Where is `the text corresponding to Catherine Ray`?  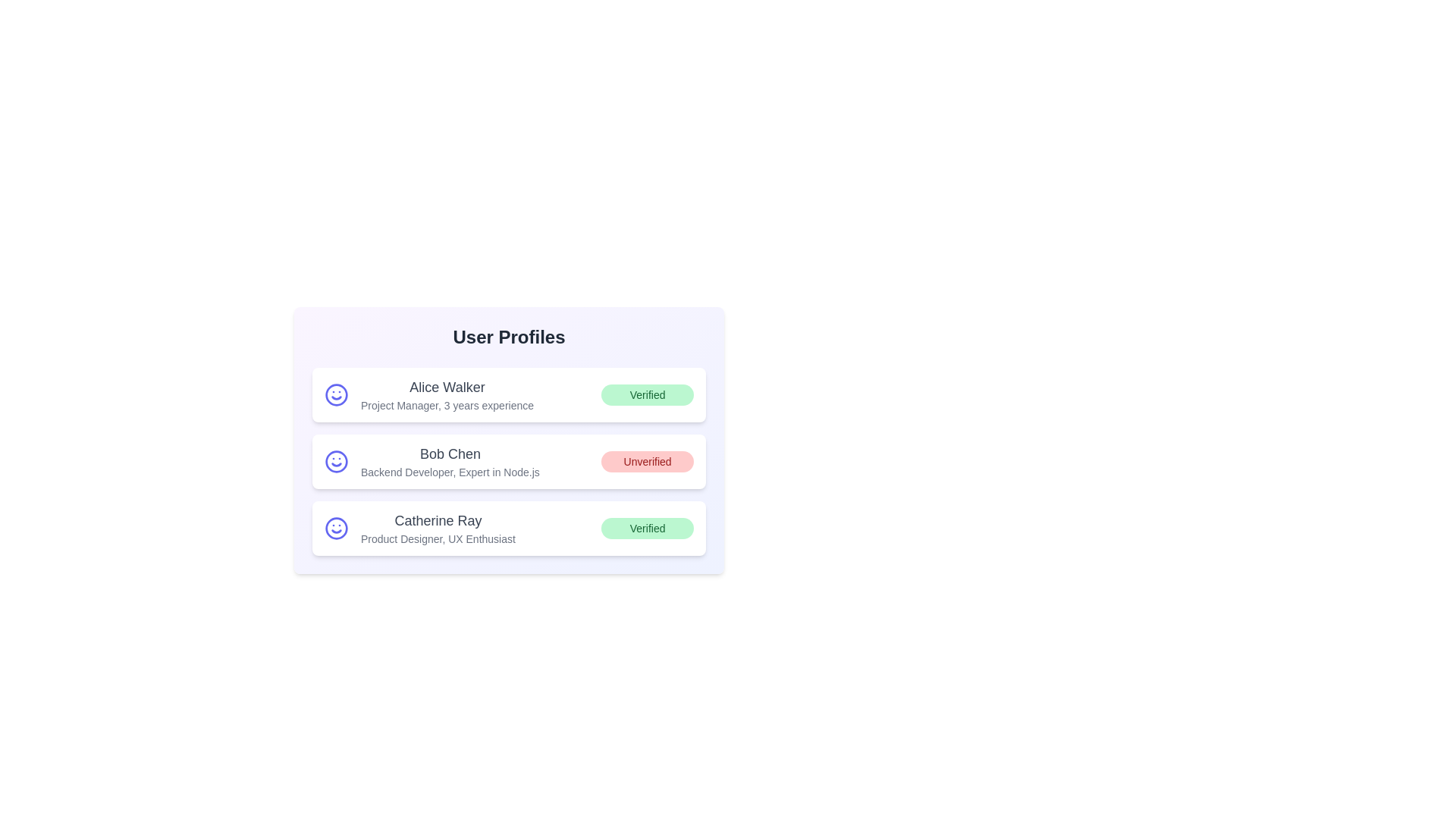
the text corresponding to Catherine Ray is located at coordinates (359, 510).